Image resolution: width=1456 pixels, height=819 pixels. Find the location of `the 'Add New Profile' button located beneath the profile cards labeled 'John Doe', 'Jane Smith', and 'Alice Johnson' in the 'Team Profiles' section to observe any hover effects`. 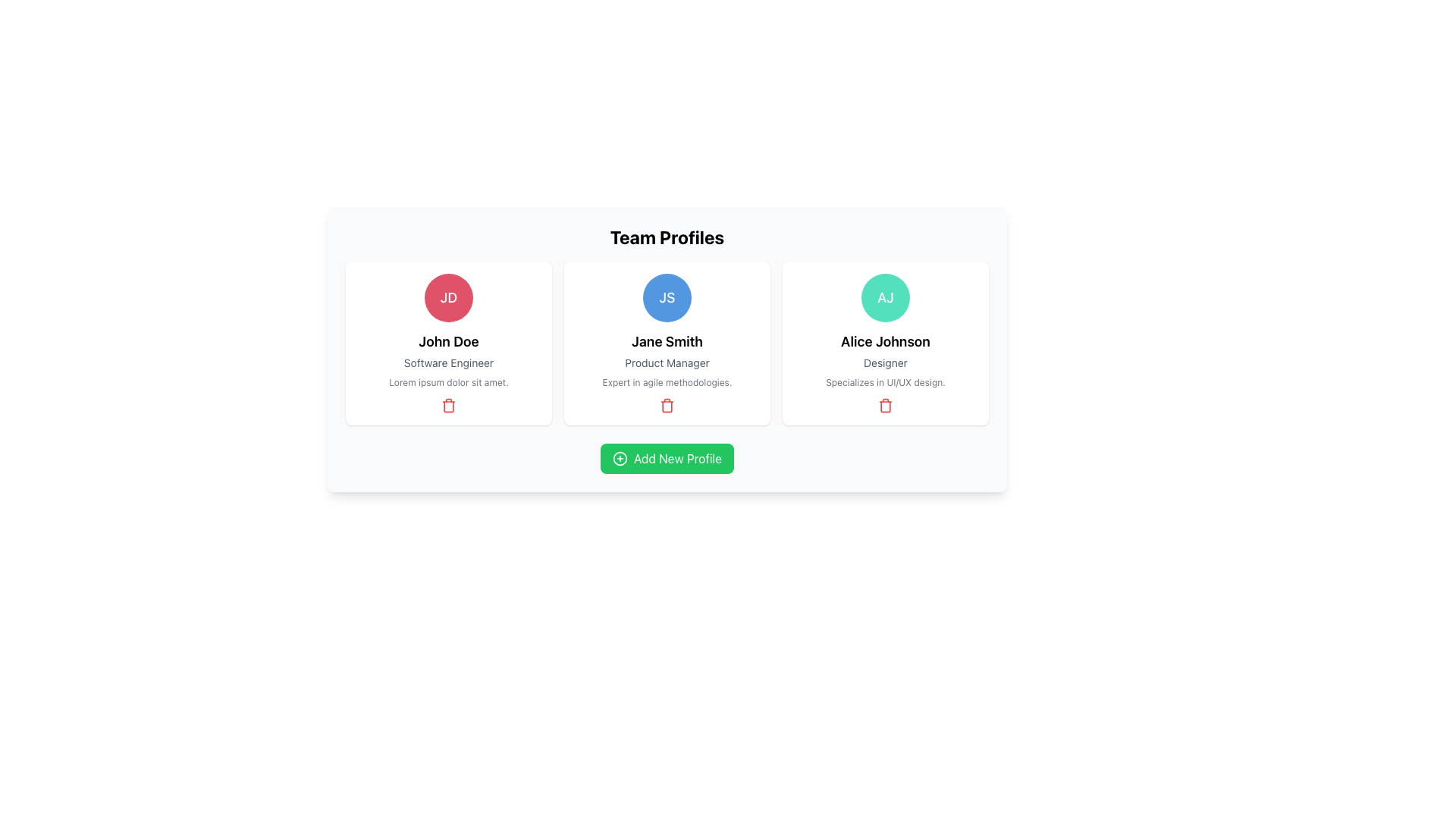

the 'Add New Profile' button located beneath the profile cards labeled 'John Doe', 'Jane Smith', and 'Alice Johnson' in the 'Team Profiles' section to observe any hover effects is located at coordinates (667, 458).